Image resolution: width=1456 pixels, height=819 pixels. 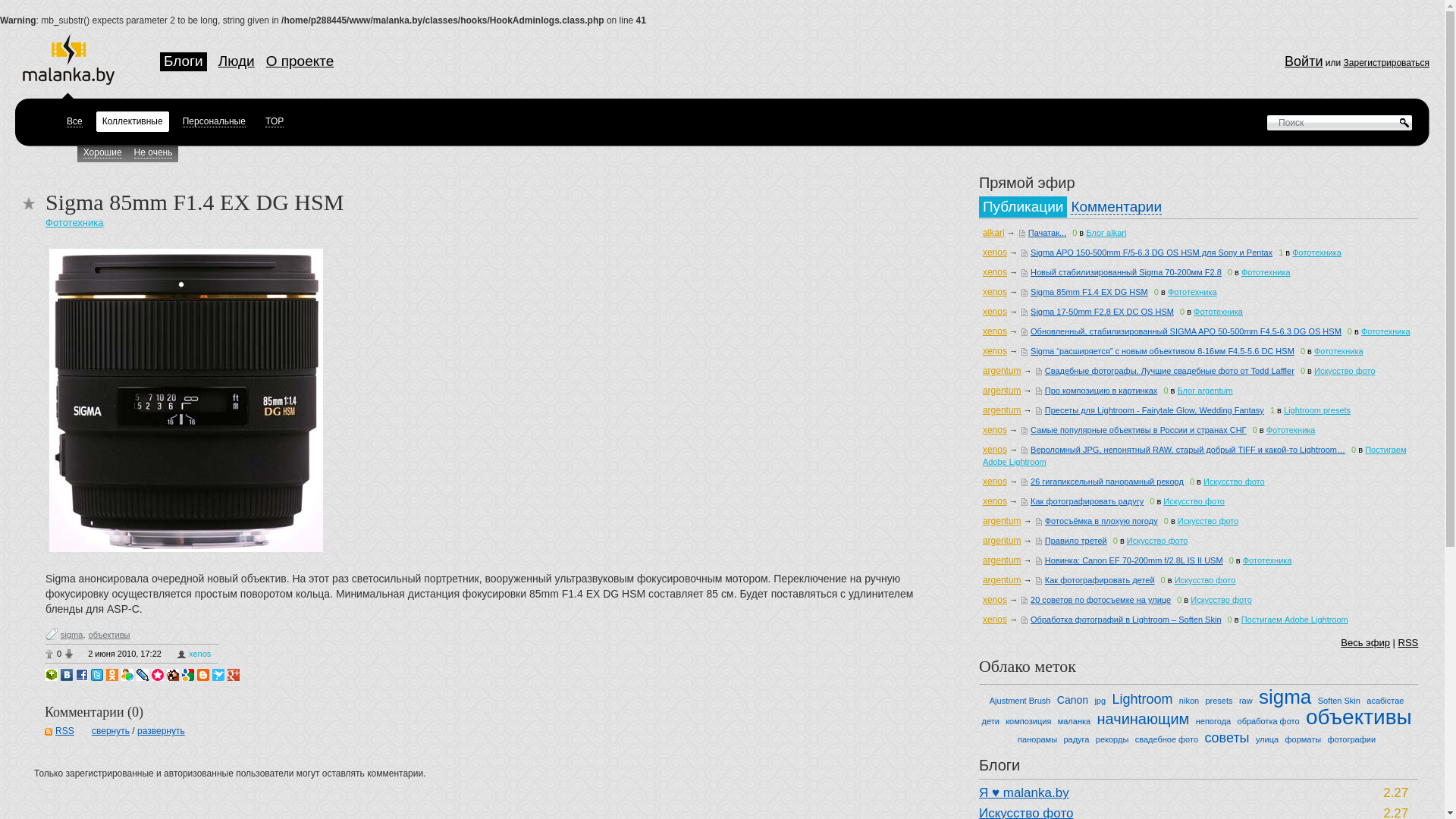 What do you see at coordinates (1245, 701) in the screenshot?
I see `'raw'` at bounding box center [1245, 701].